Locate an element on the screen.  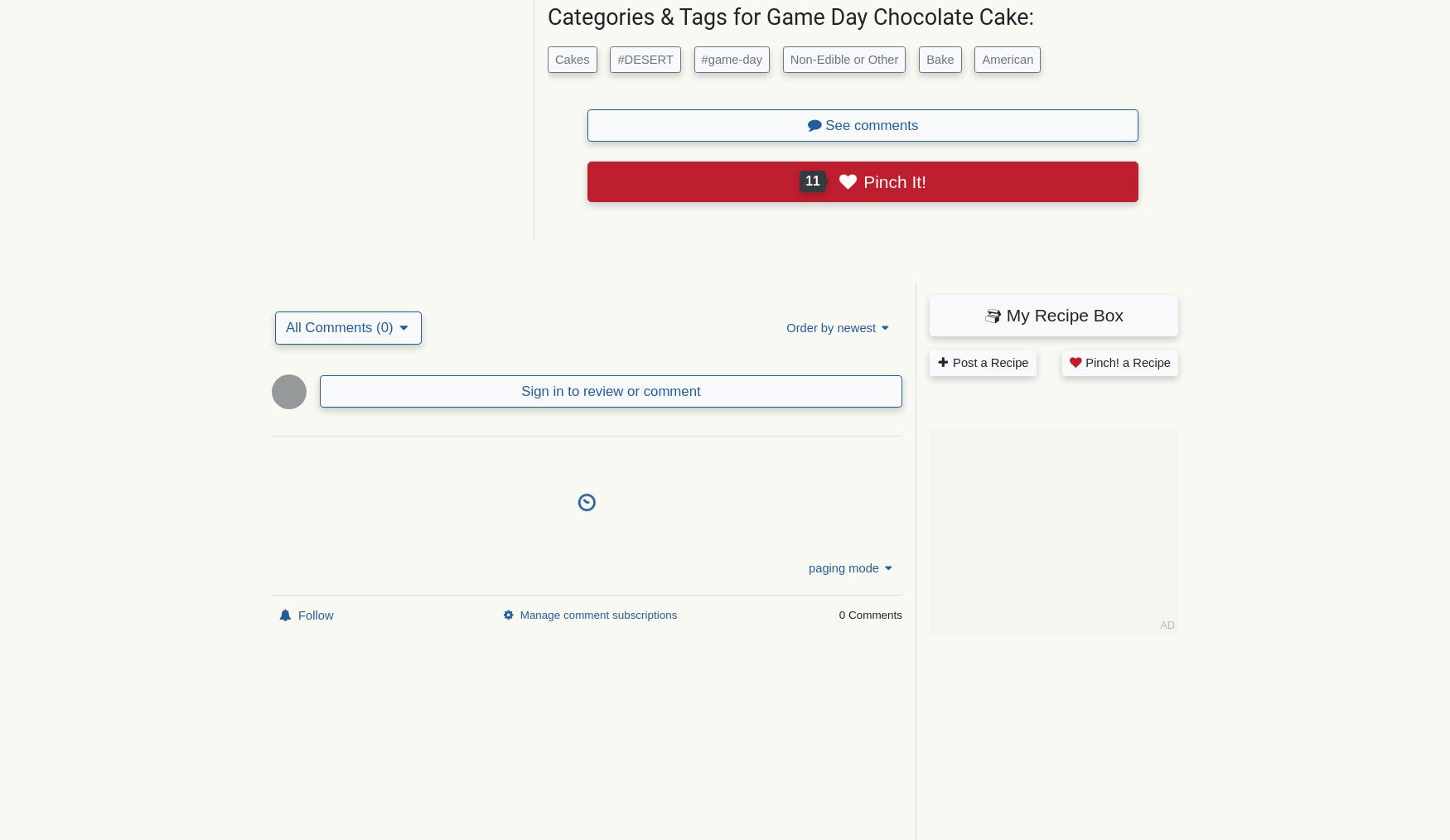
'Pinch! a Recipe' is located at coordinates (1126, 362).